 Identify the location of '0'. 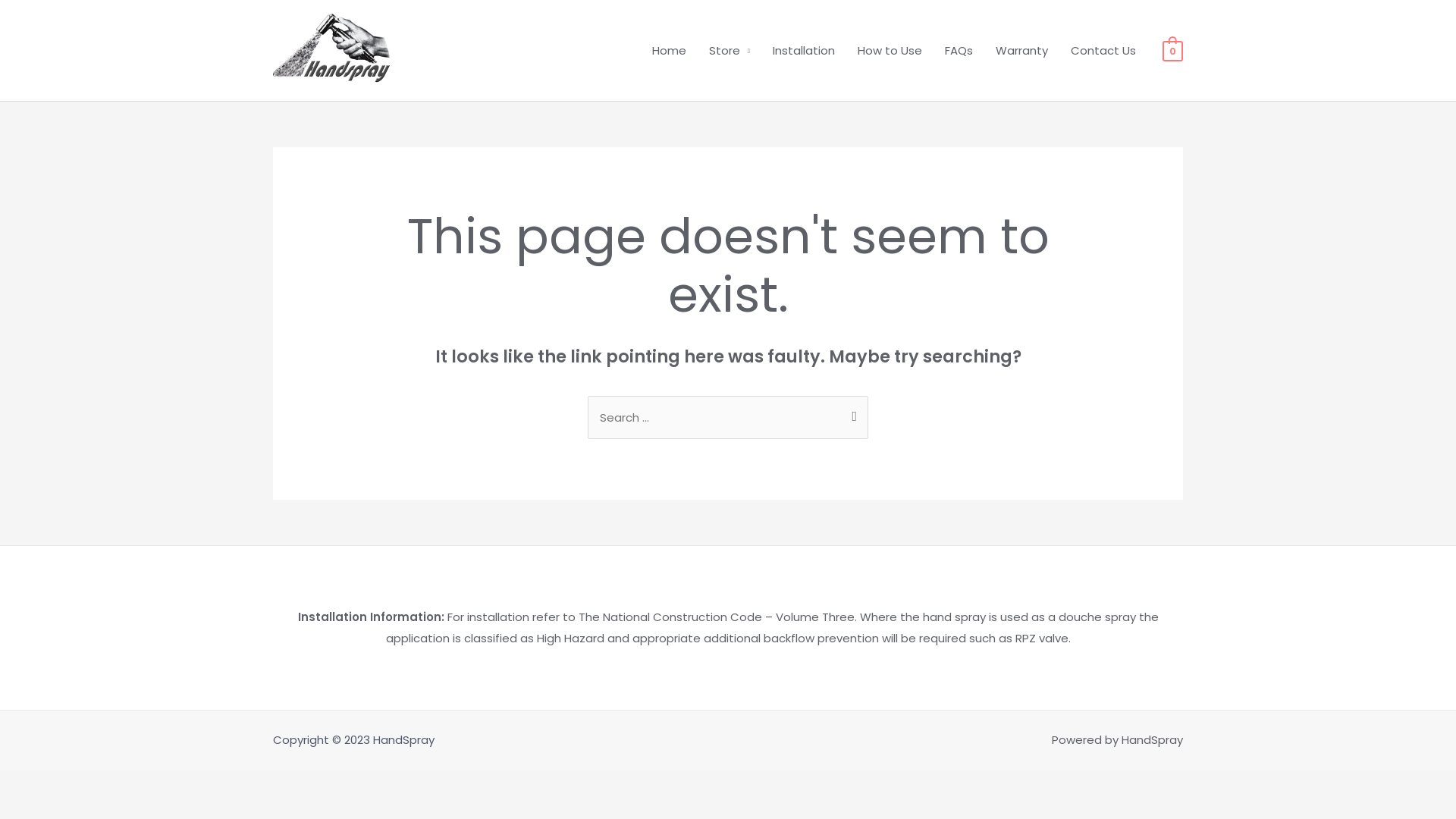
(1172, 49).